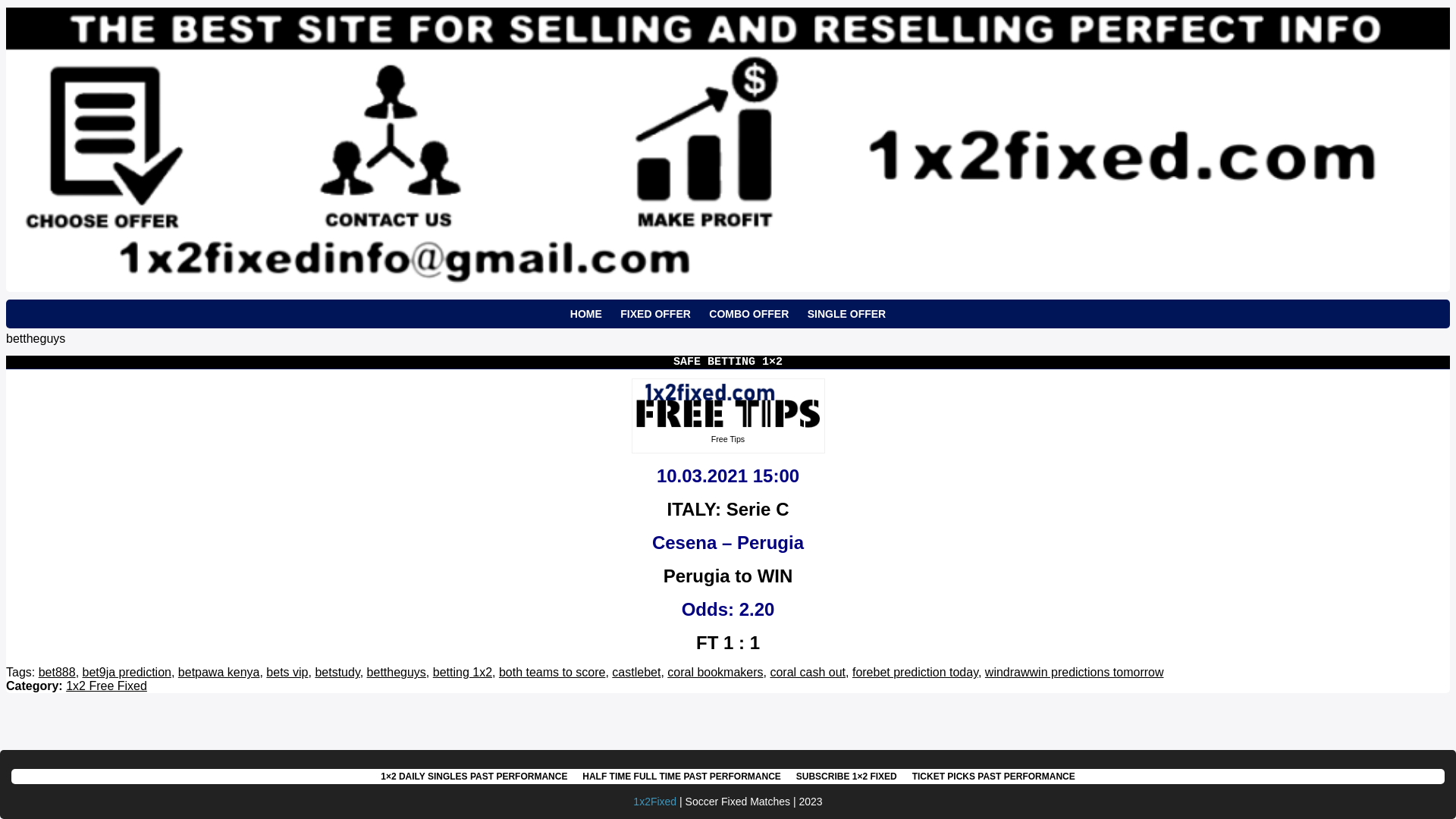 The height and width of the screenshot is (819, 1456). What do you see at coordinates (636, 671) in the screenshot?
I see `'castlebet'` at bounding box center [636, 671].